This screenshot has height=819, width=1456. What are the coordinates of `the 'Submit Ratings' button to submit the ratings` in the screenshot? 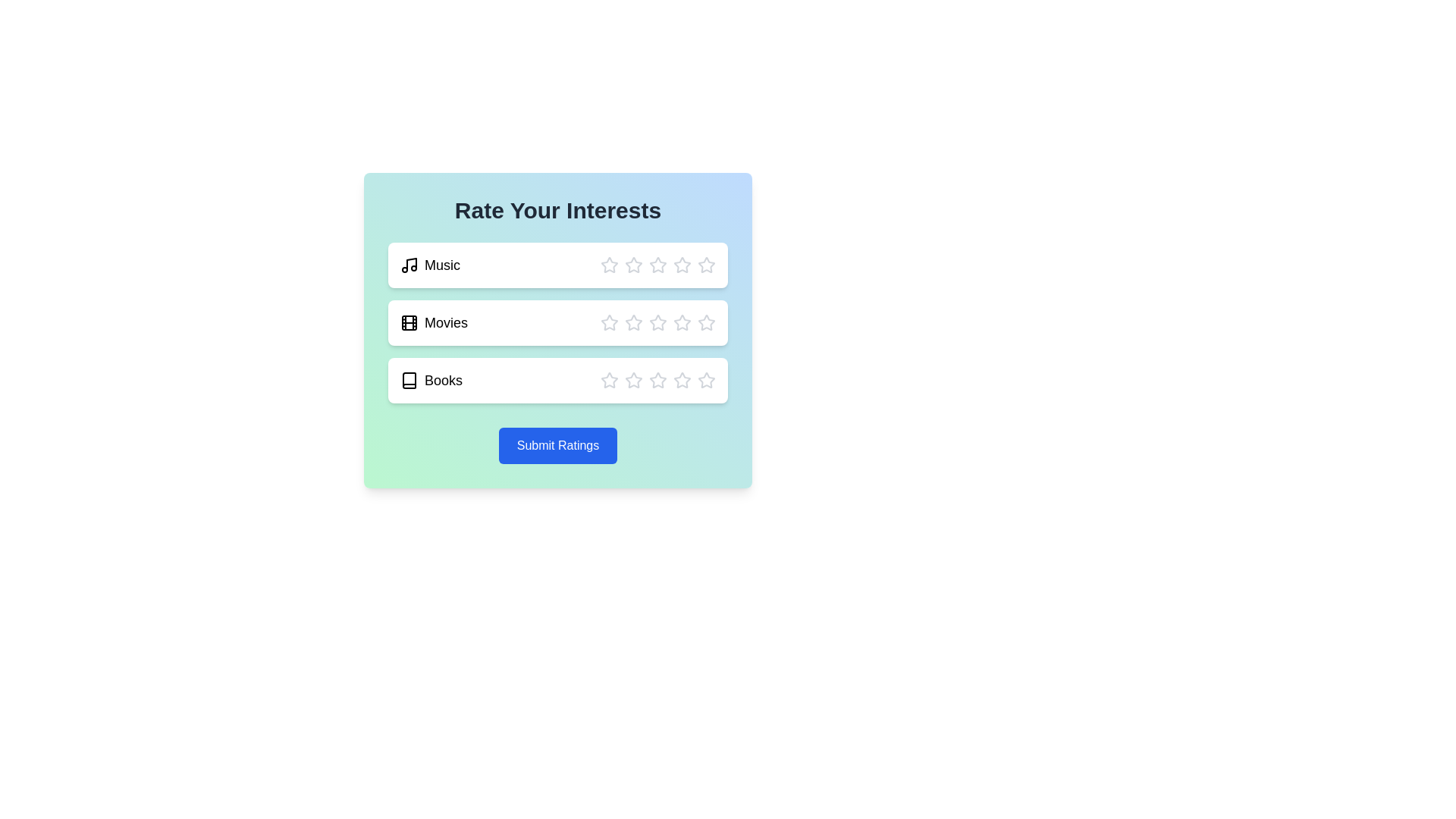 It's located at (557, 444).